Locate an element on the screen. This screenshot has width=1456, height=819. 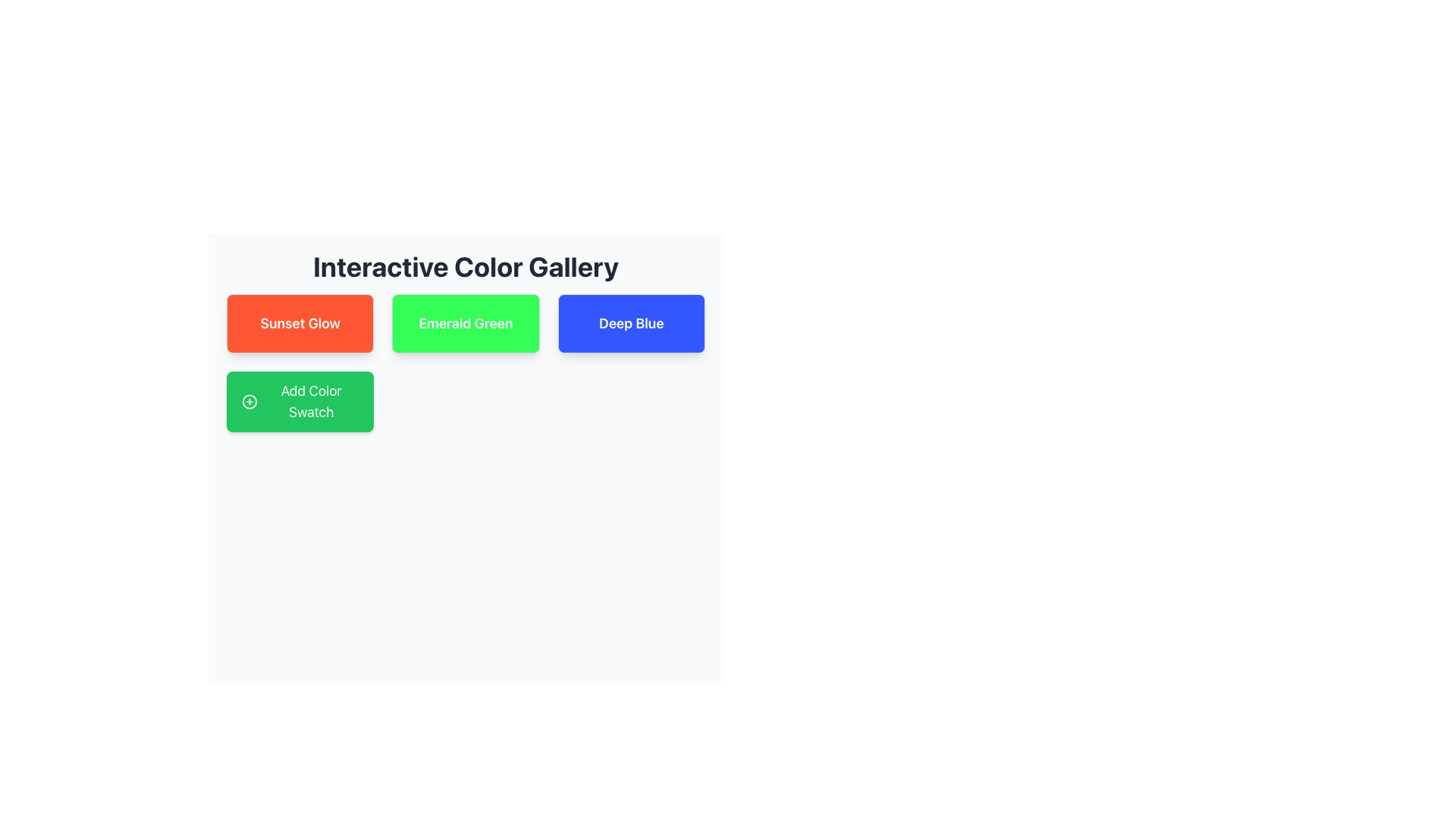
the static visual card labeled 'Deep Blue' in the 'Interactive Color Gallery', which is the rightmost card in the row of three color cards is located at coordinates (631, 323).